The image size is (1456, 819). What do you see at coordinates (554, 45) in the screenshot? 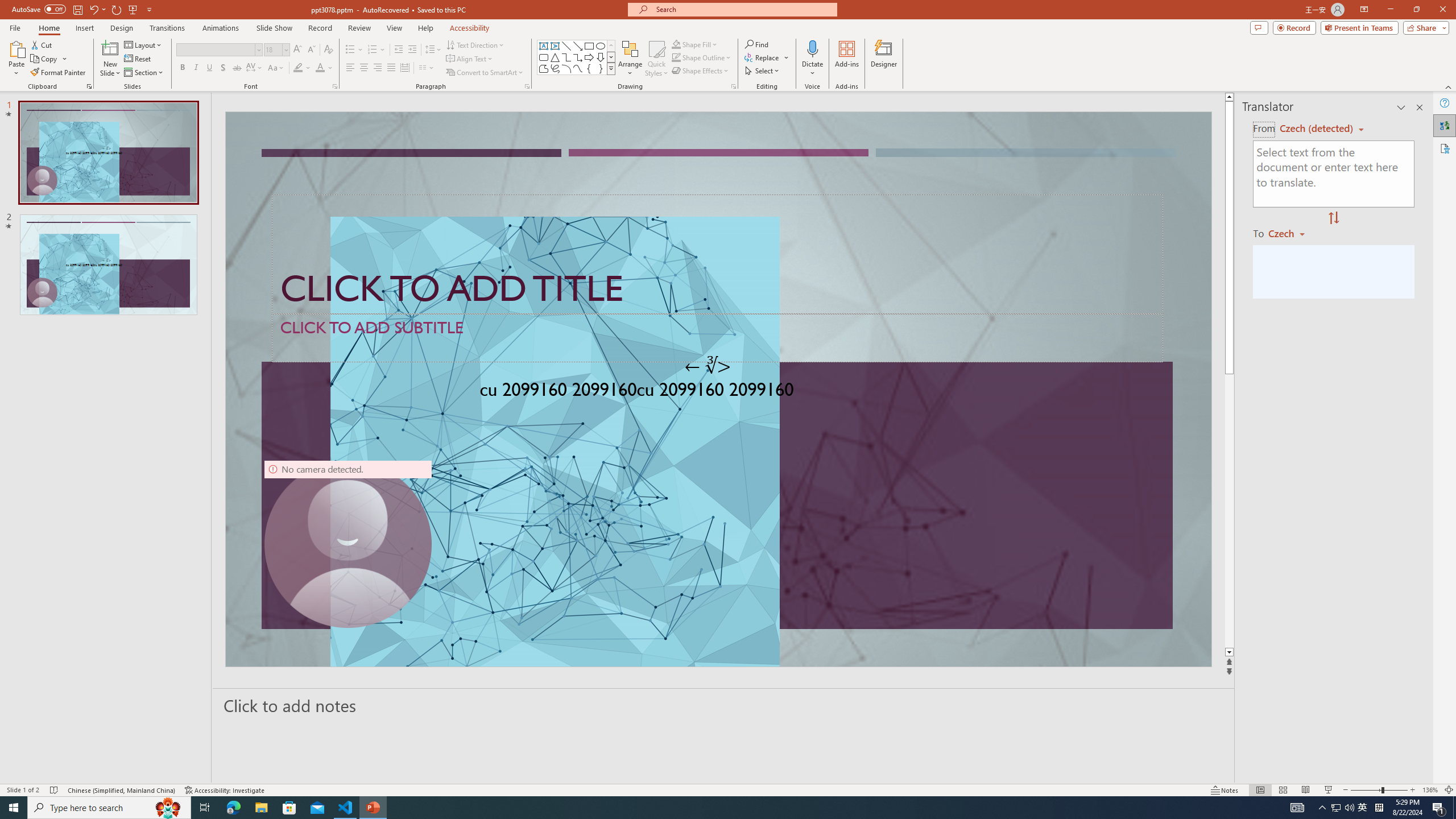
I see `'Vertical Text Box'` at bounding box center [554, 45].